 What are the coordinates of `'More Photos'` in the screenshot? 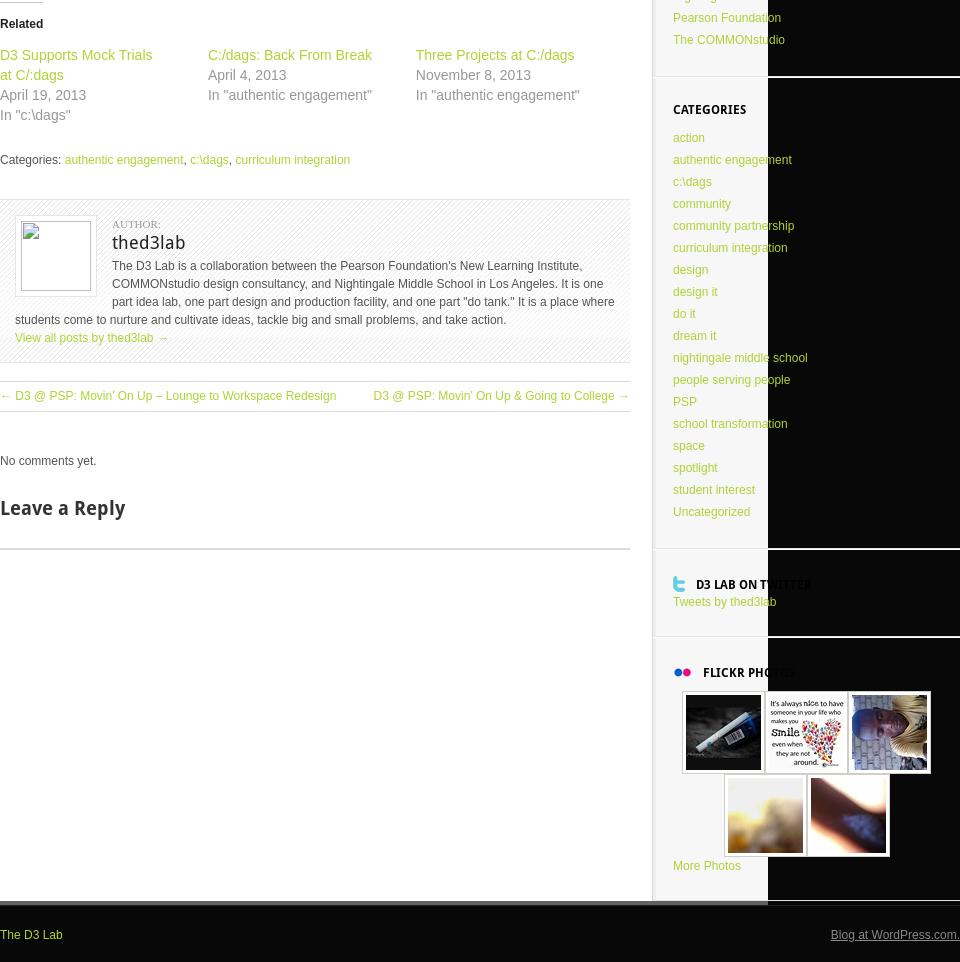 It's located at (707, 865).